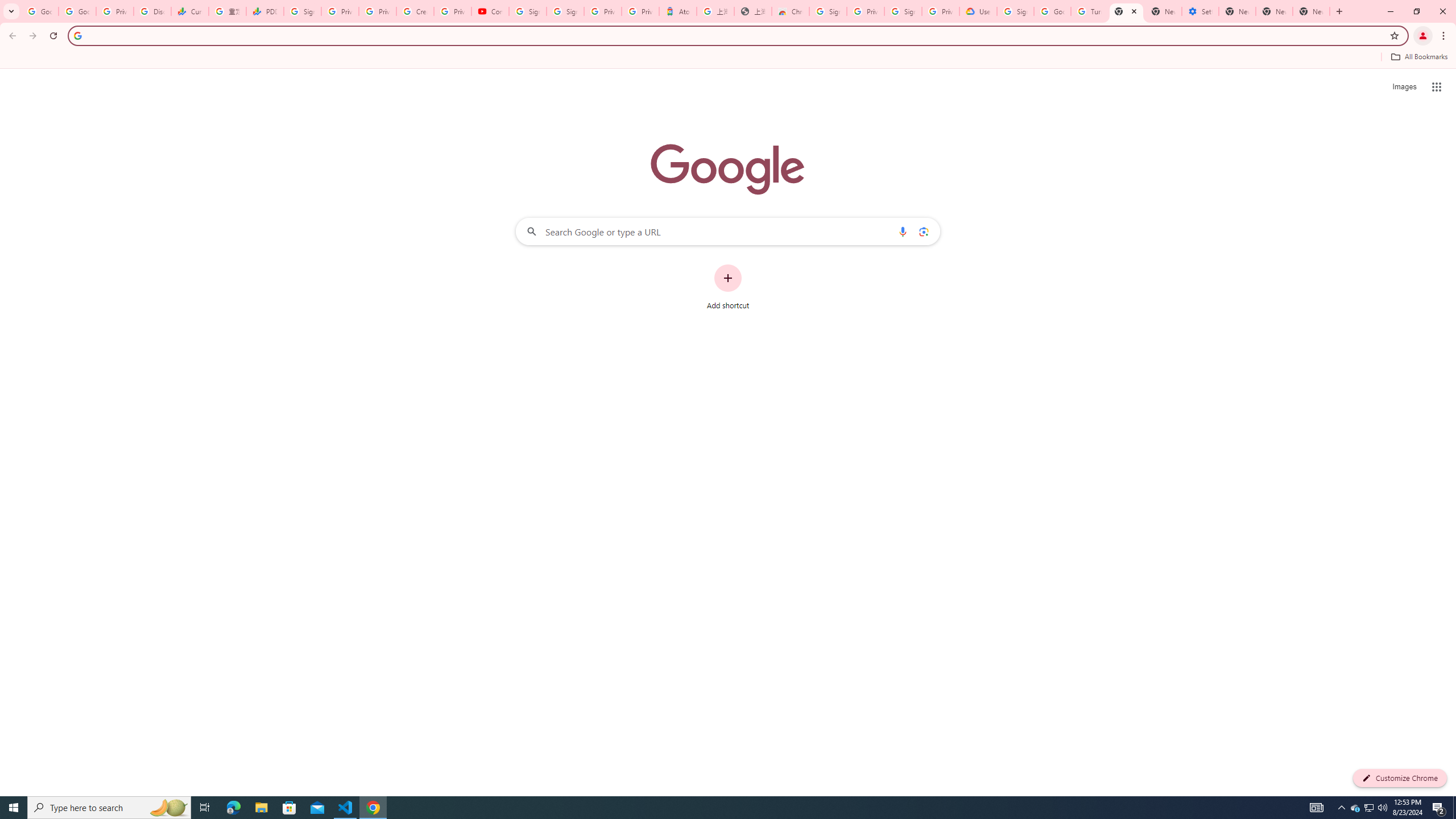 The width and height of the screenshot is (1456, 819). Describe the element at coordinates (528, 11) in the screenshot. I see `'Sign in - Google Accounts'` at that location.